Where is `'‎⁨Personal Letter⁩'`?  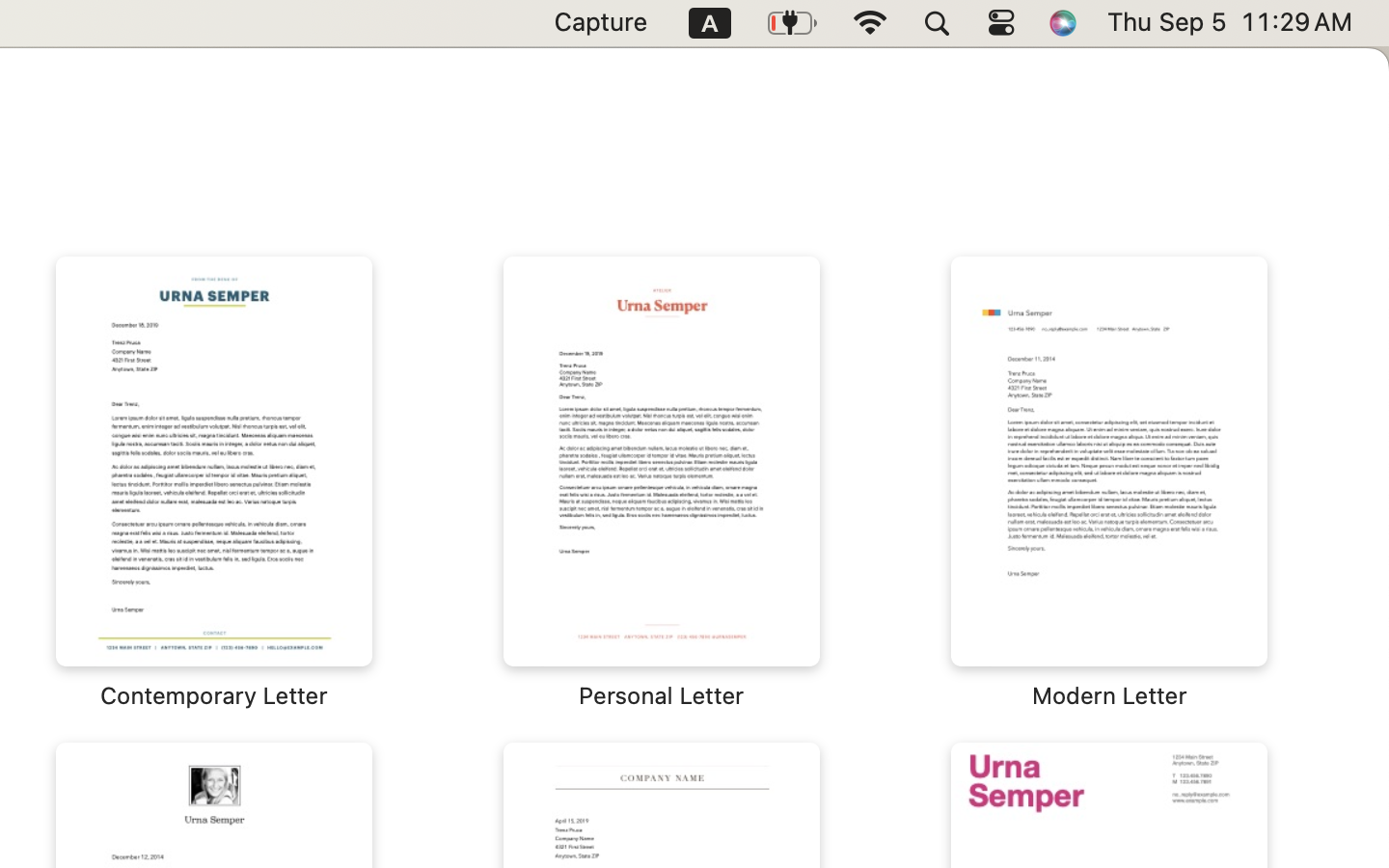
'‎⁨Personal Letter⁩' is located at coordinates (662, 482).